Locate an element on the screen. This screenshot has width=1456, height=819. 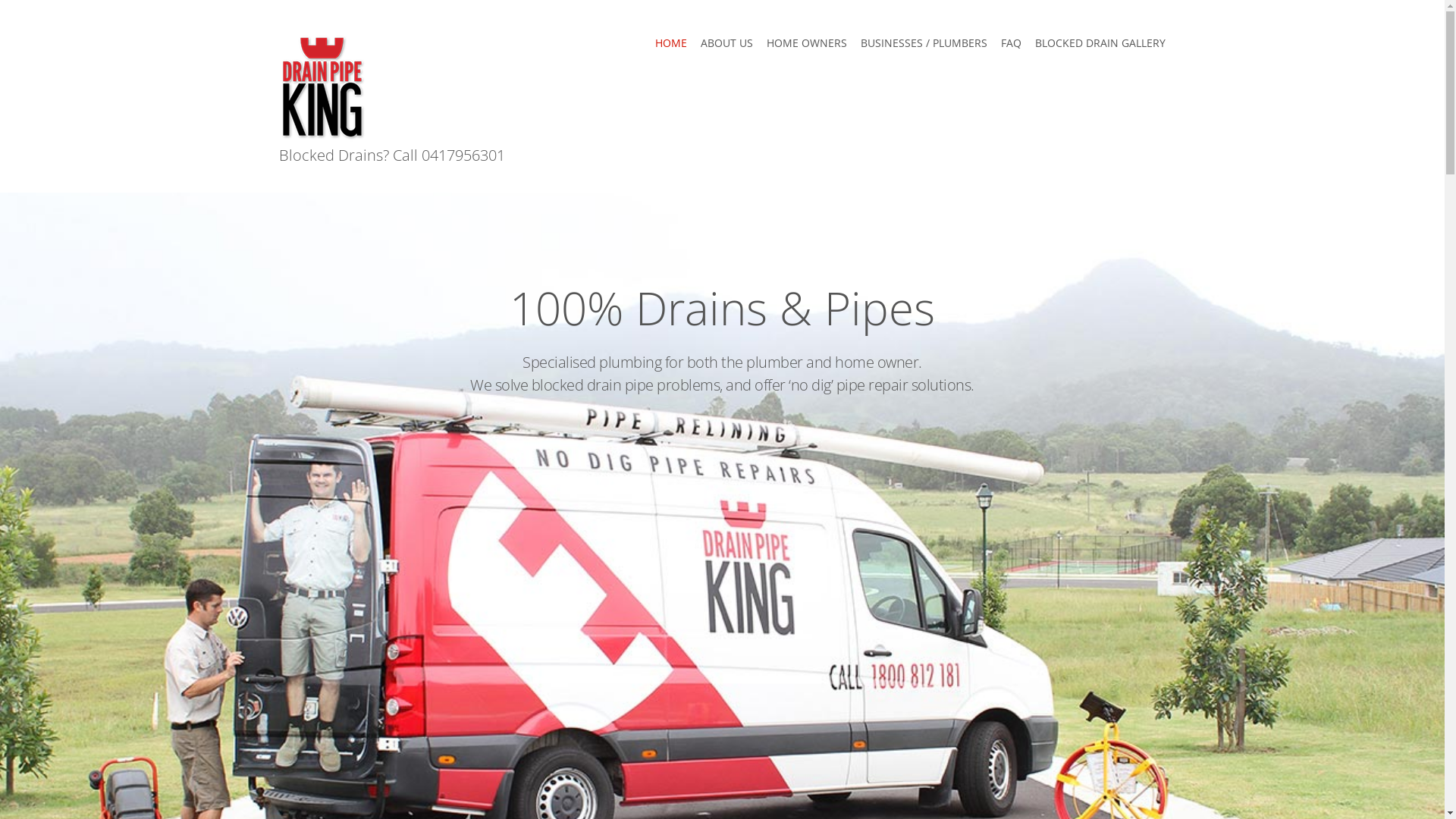
'BLOCKED DRAIN GALLERY' is located at coordinates (1100, 42).